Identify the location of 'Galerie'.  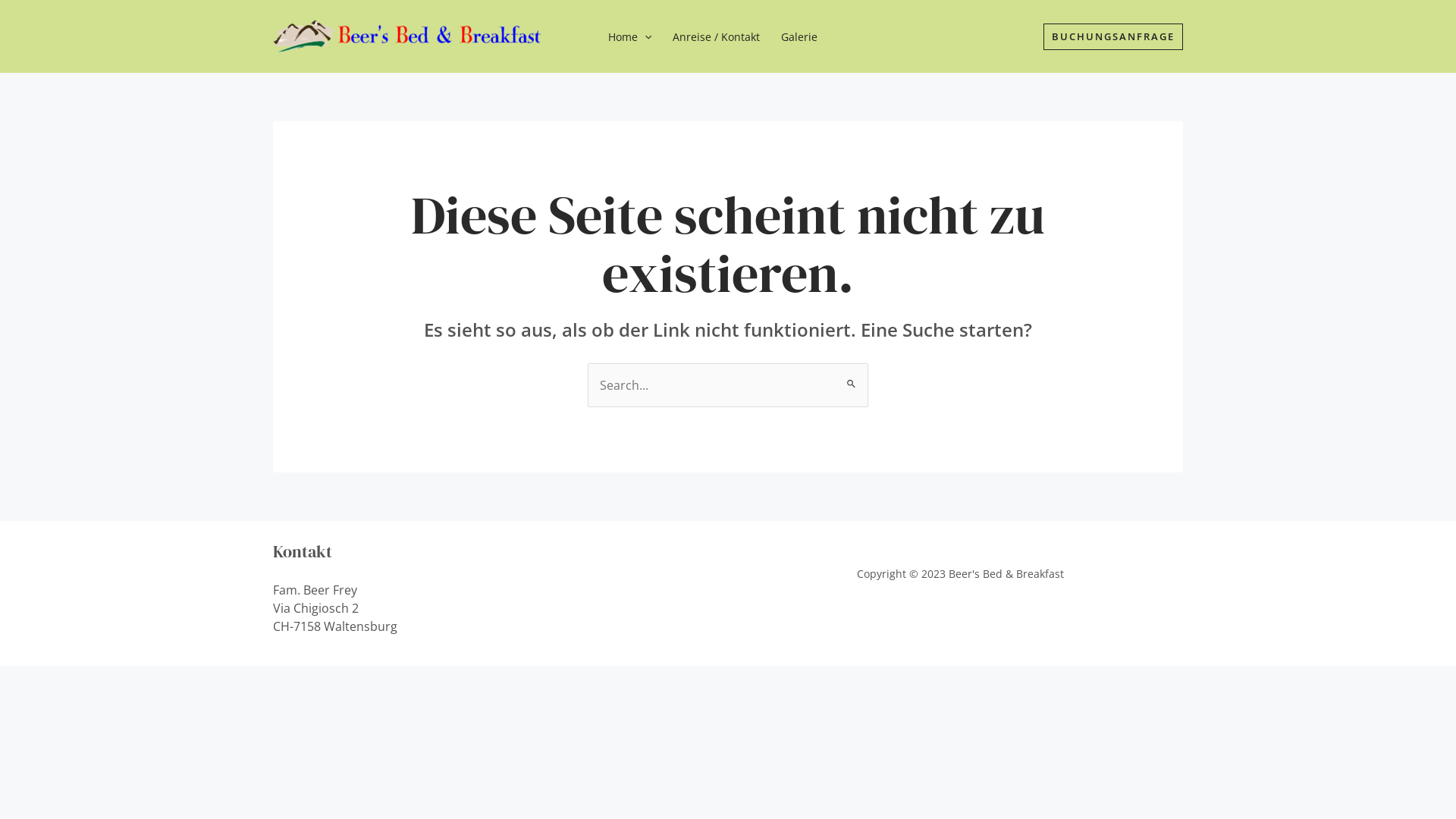
(799, 36).